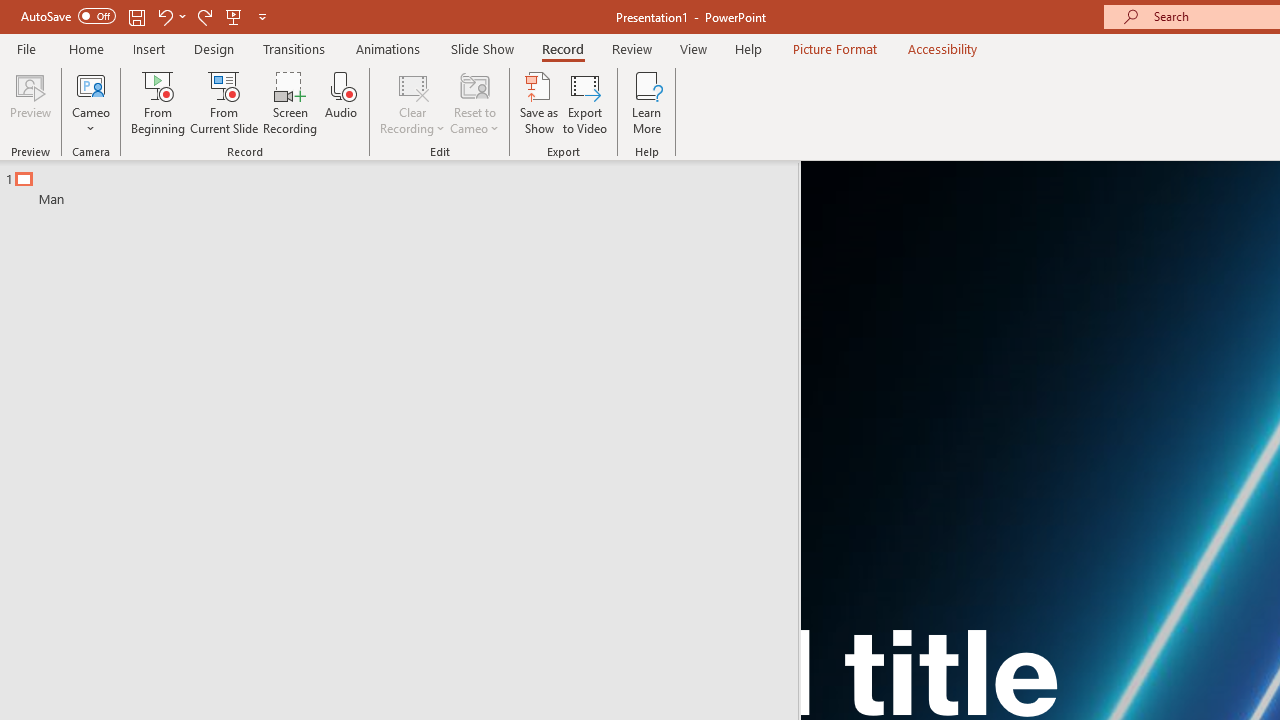 This screenshot has width=1280, height=720. Describe the element at coordinates (90, 103) in the screenshot. I see `'Cameo'` at that location.